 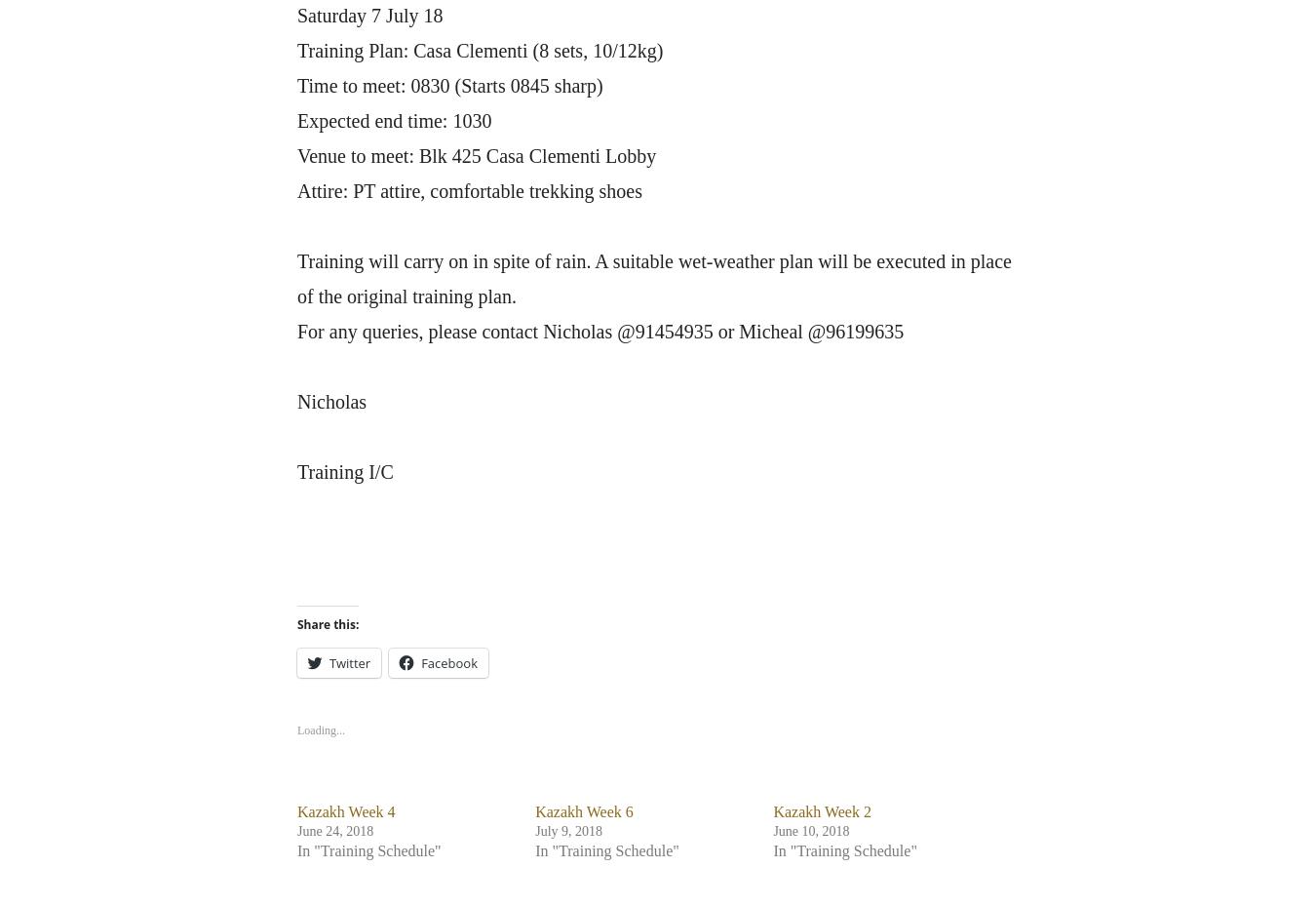 I want to click on 'Expected end time: 1030', so click(x=295, y=120).